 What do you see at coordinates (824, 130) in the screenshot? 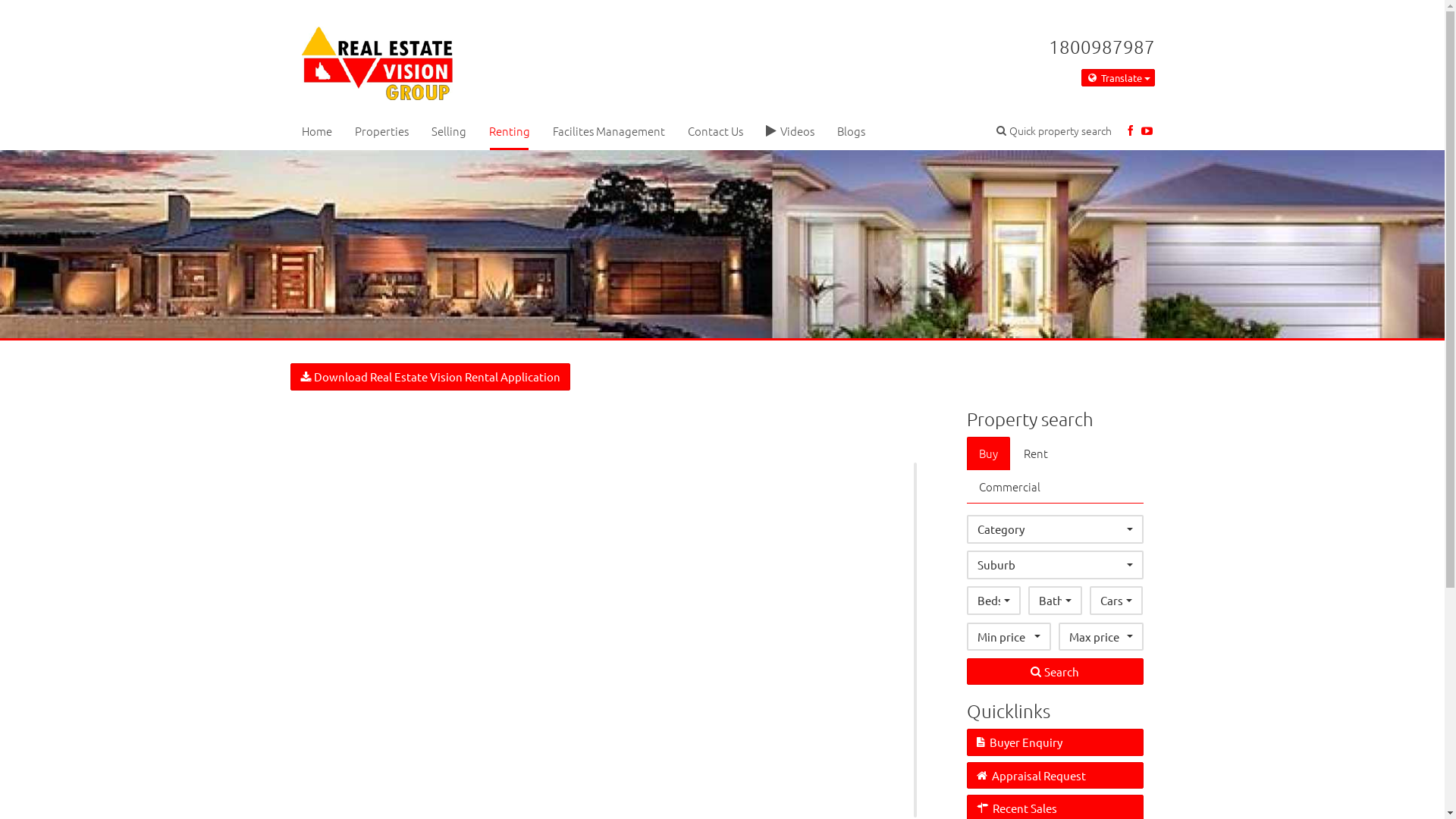
I see `'Blogs'` at bounding box center [824, 130].